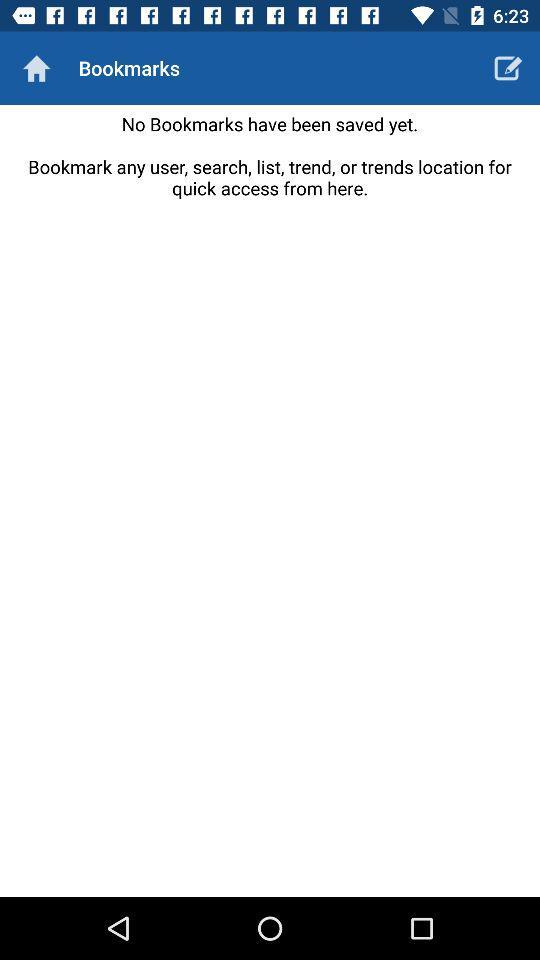 This screenshot has width=540, height=960. Describe the element at coordinates (508, 68) in the screenshot. I see `icon above no bookmarks have icon` at that location.